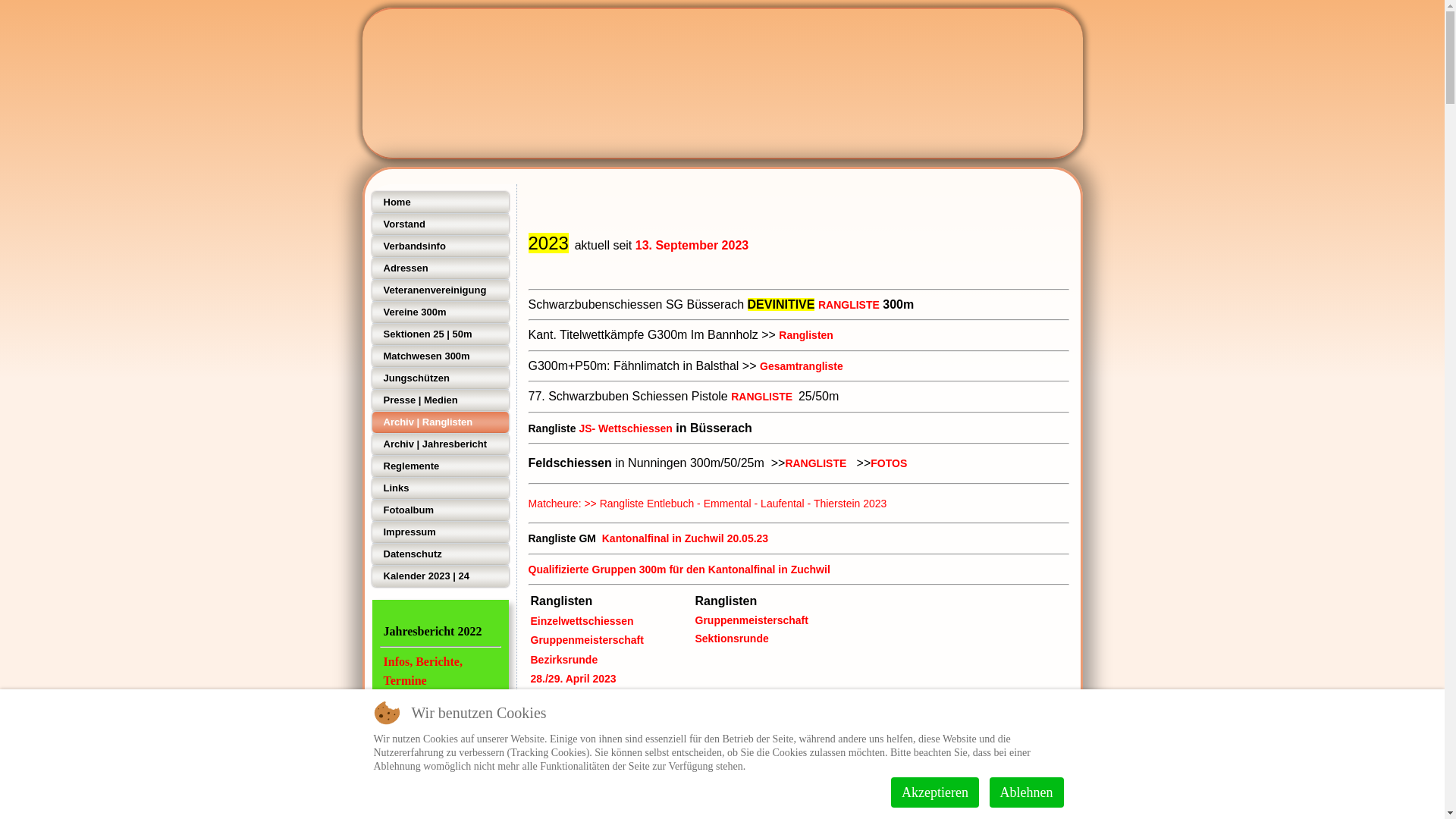 This screenshot has height=819, width=1456. I want to click on 'Datenschutz', so click(439, 554).